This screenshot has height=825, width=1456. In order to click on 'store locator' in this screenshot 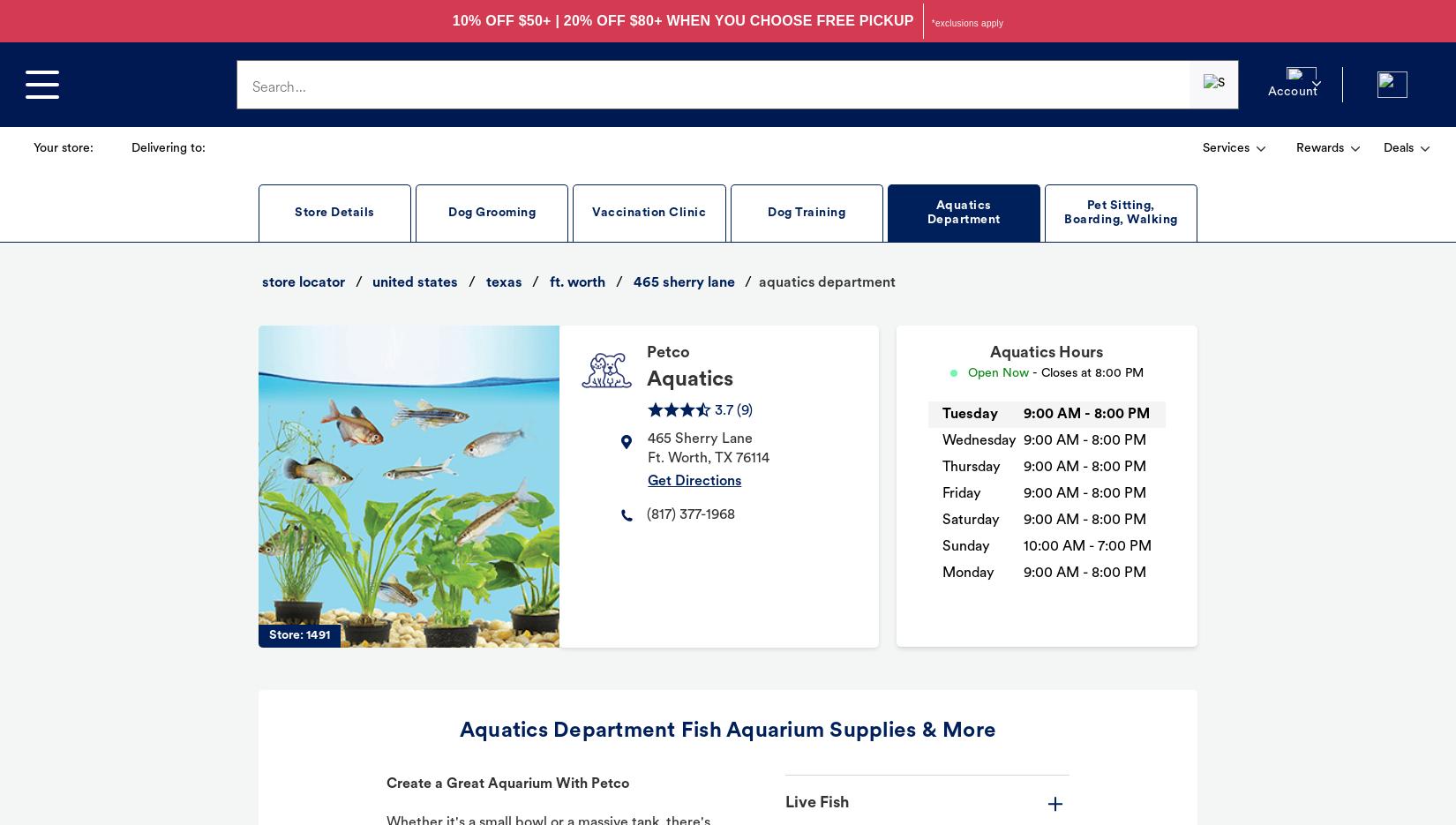, I will do `click(262, 282)`.